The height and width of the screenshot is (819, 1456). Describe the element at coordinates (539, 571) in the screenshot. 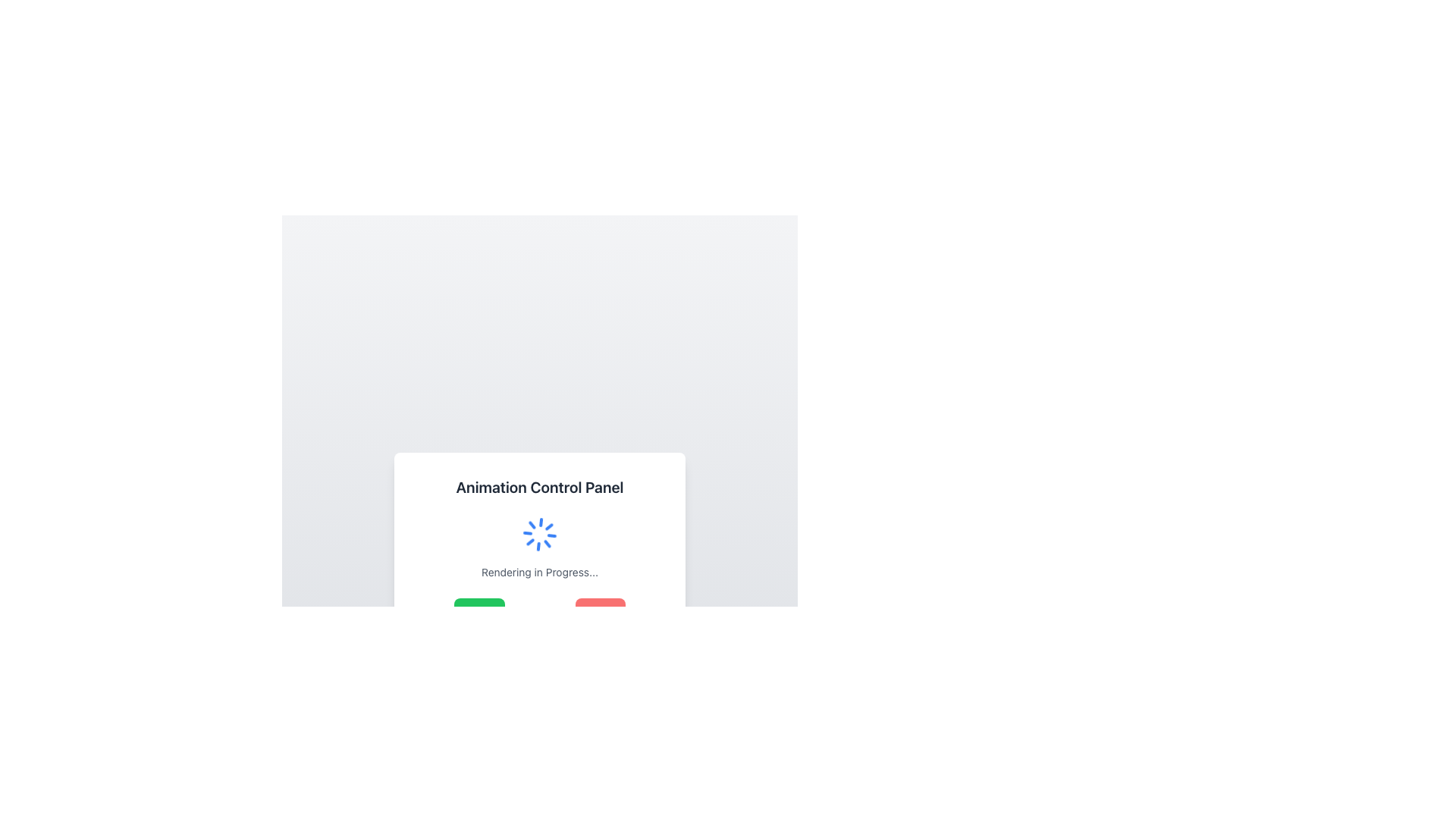

I see `the text label displaying 'Rendering in Progress...' which is styled with a small font size and gray color, located below the spinning indicator in the application interface` at that location.